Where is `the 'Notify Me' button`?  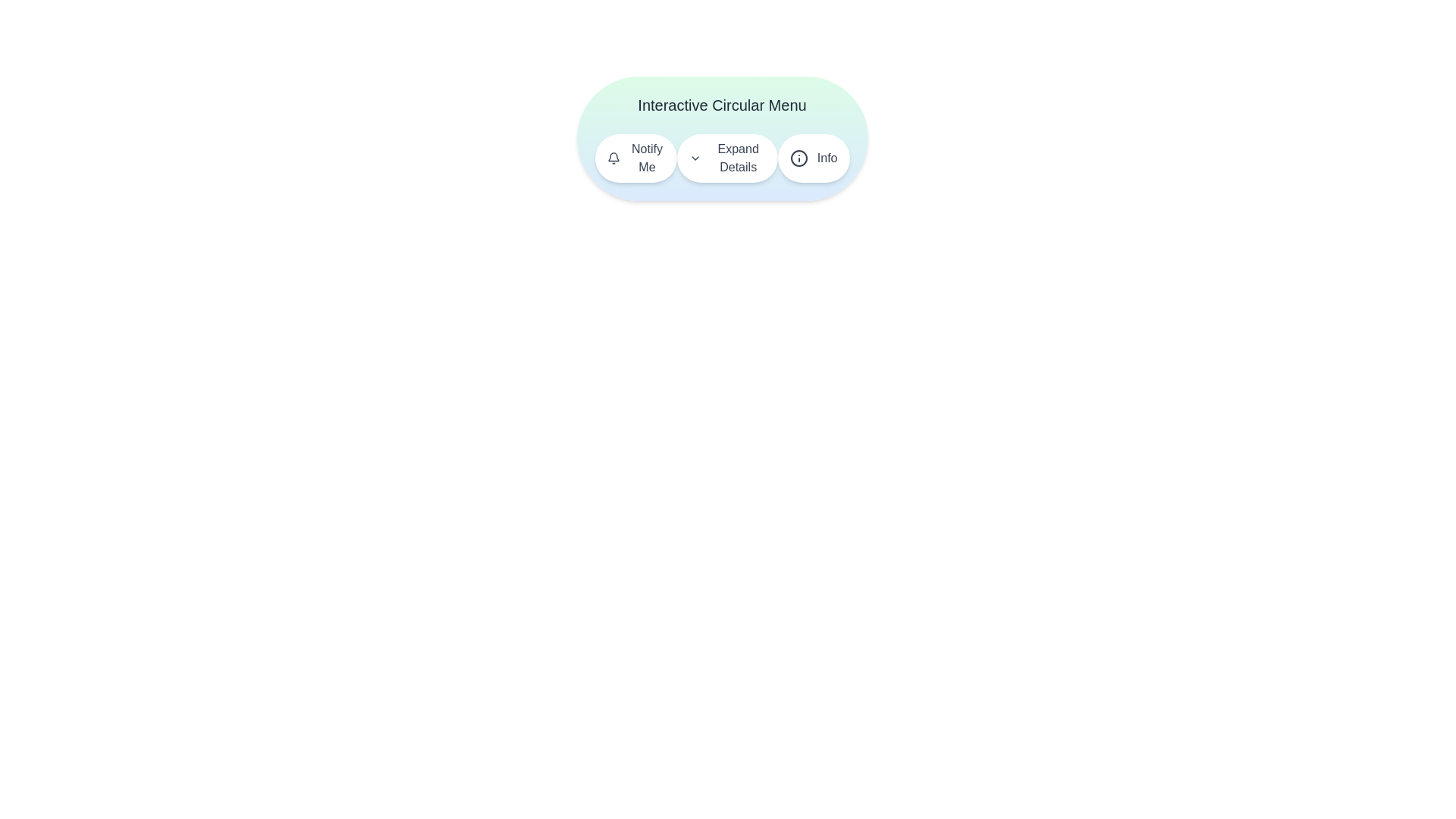
the 'Notify Me' button is located at coordinates (636, 158).